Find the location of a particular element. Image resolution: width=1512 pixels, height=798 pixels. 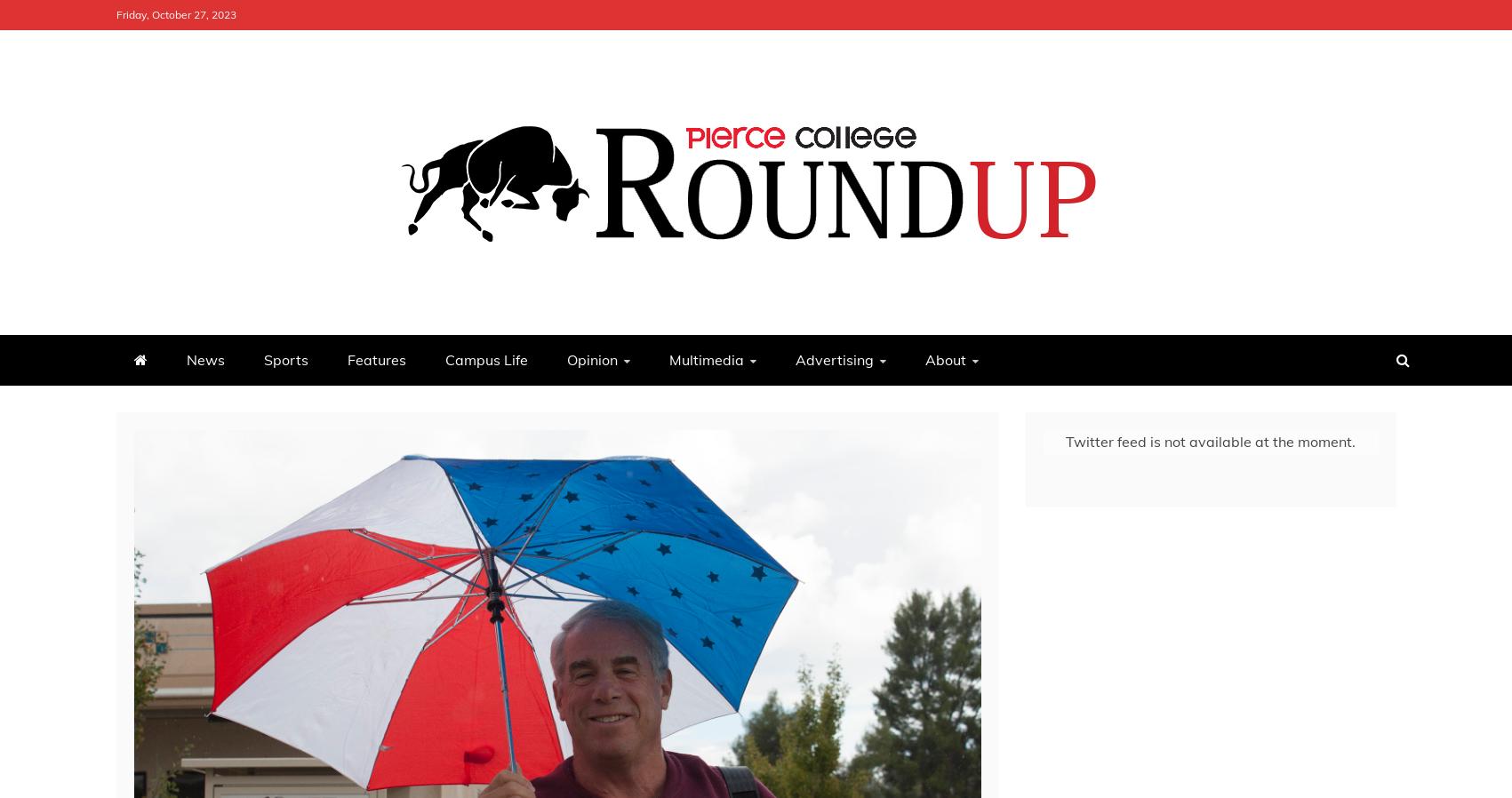

'Friday, October 27, 2023' is located at coordinates (174, 13).